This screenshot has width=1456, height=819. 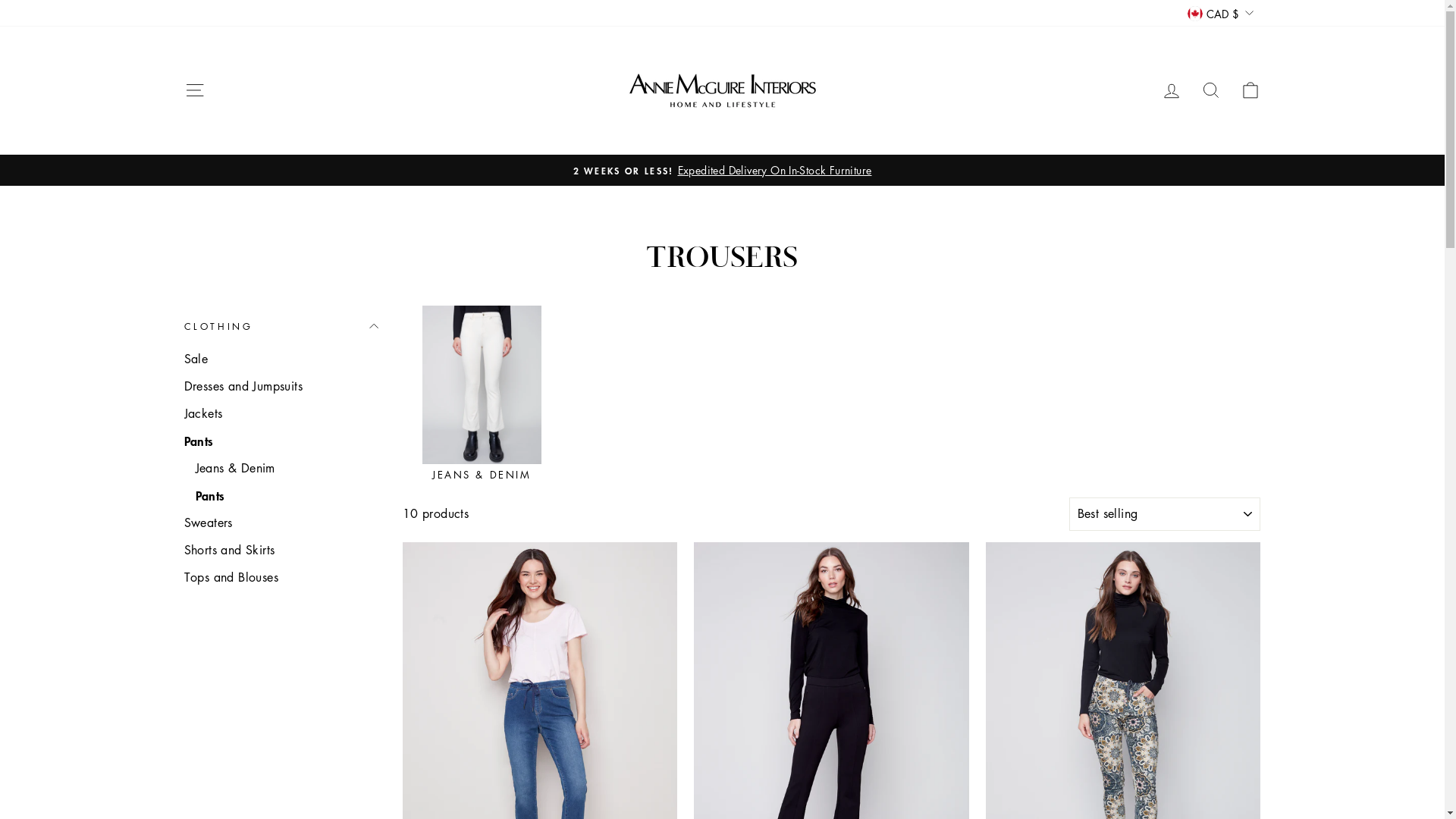 What do you see at coordinates (280, 522) in the screenshot?
I see `'Sweaters'` at bounding box center [280, 522].